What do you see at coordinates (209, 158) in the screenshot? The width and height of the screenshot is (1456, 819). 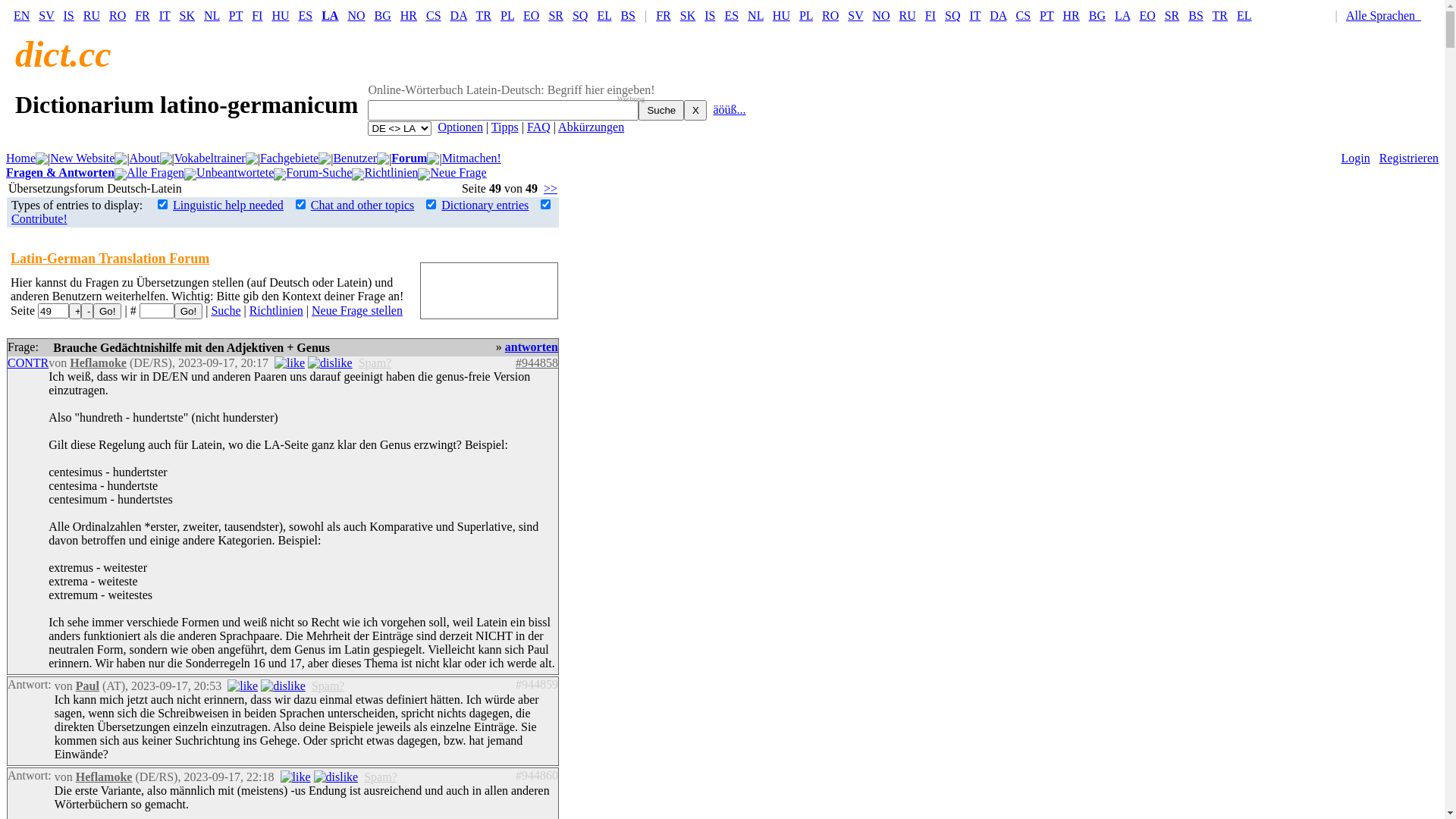 I see `'Vokabeltrainer'` at bounding box center [209, 158].